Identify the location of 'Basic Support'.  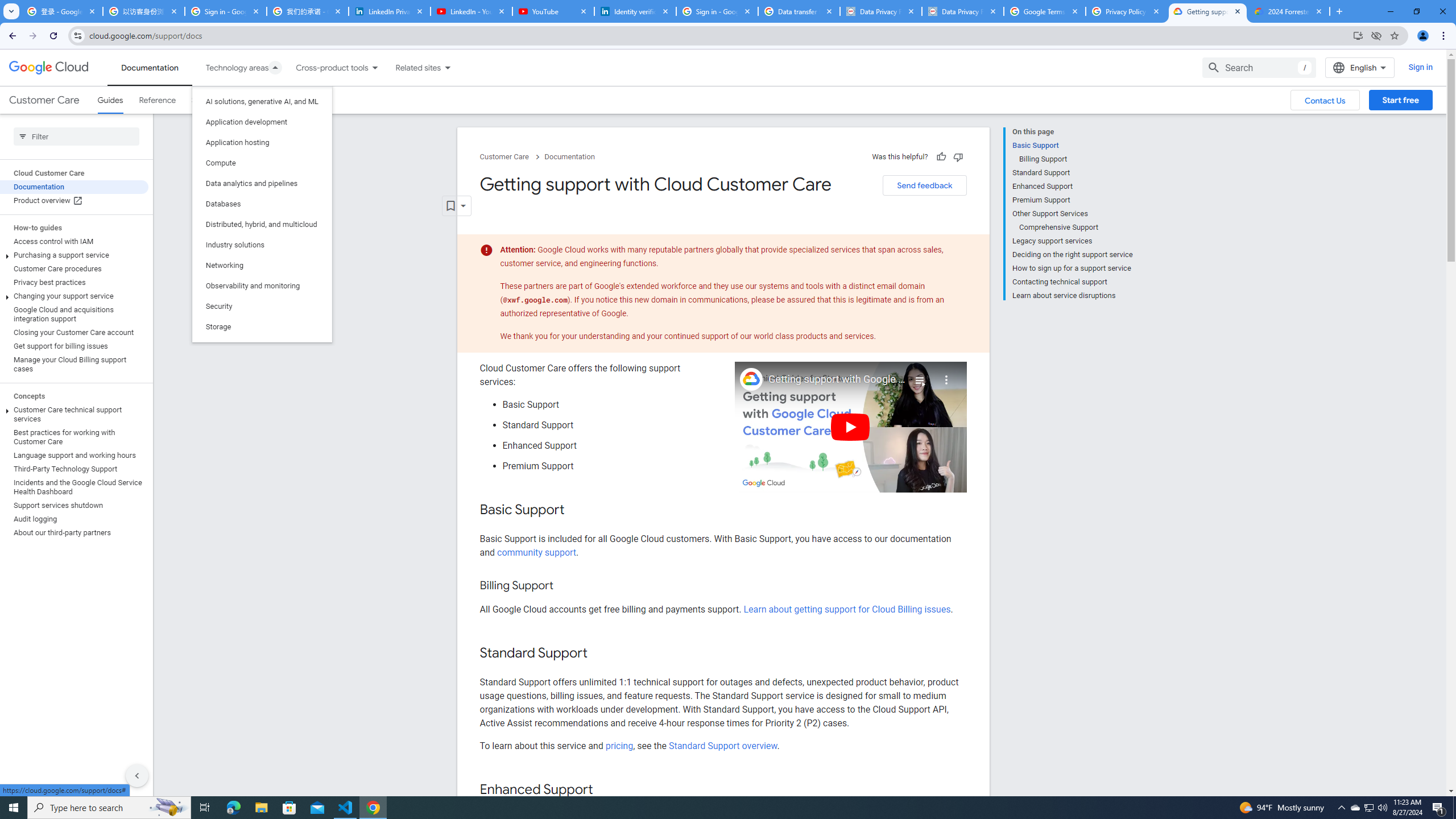
(1072, 144).